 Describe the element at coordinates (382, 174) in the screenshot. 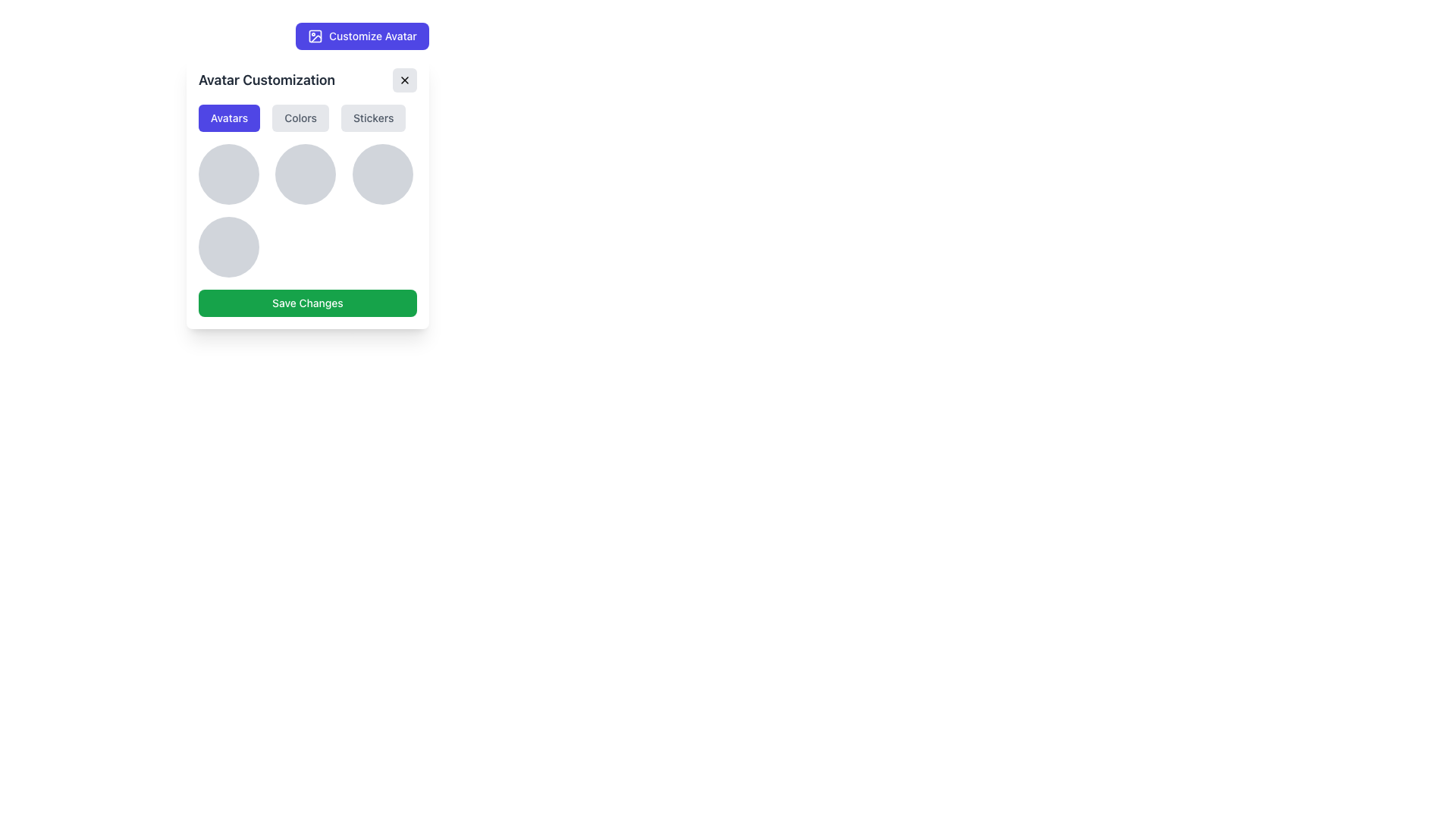

I see `the top-right circle in a grid layout consisting of four circles, positioned in the top row, third column` at that location.